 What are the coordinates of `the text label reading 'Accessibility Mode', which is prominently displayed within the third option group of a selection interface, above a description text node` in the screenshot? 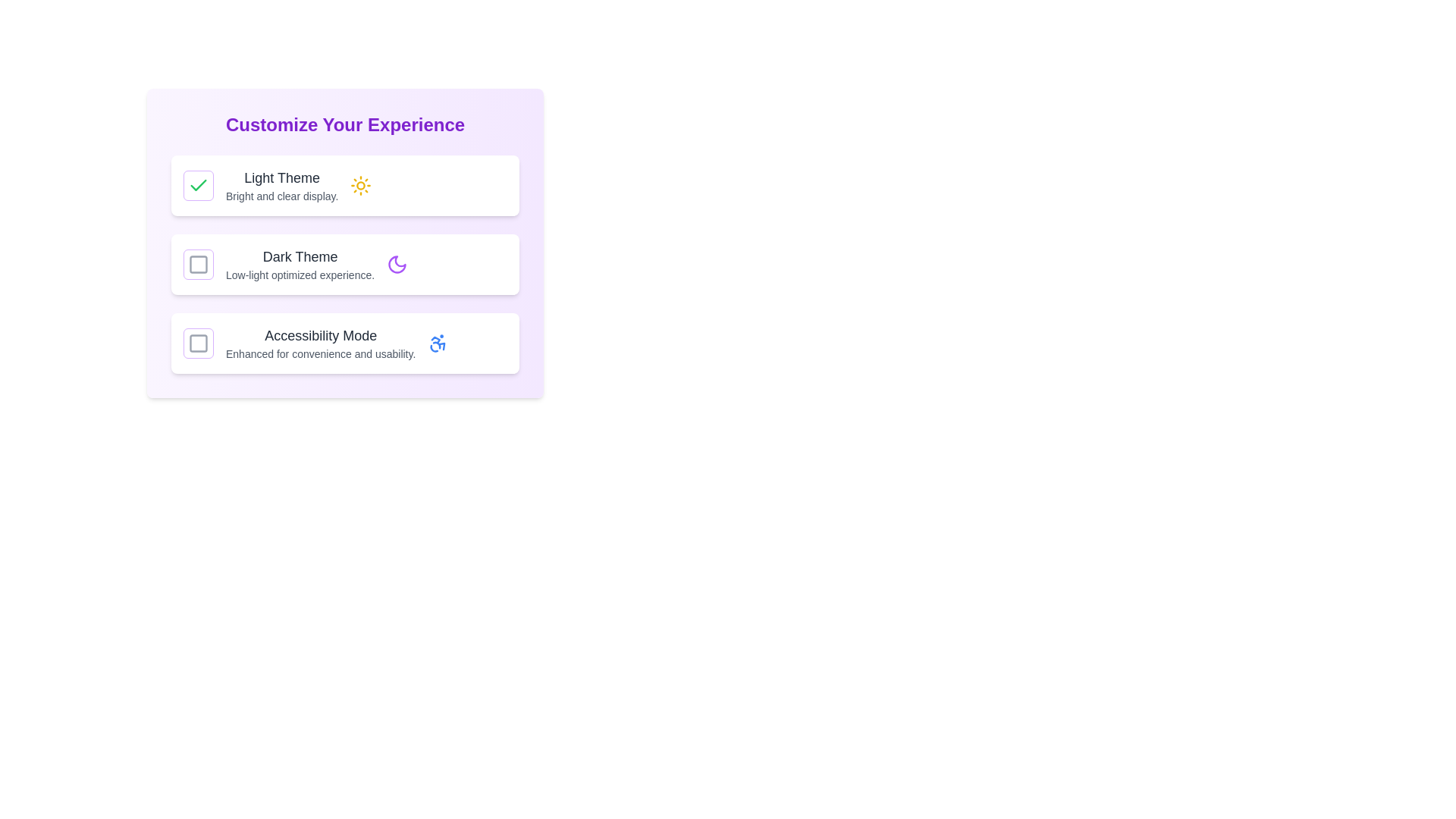 It's located at (320, 335).